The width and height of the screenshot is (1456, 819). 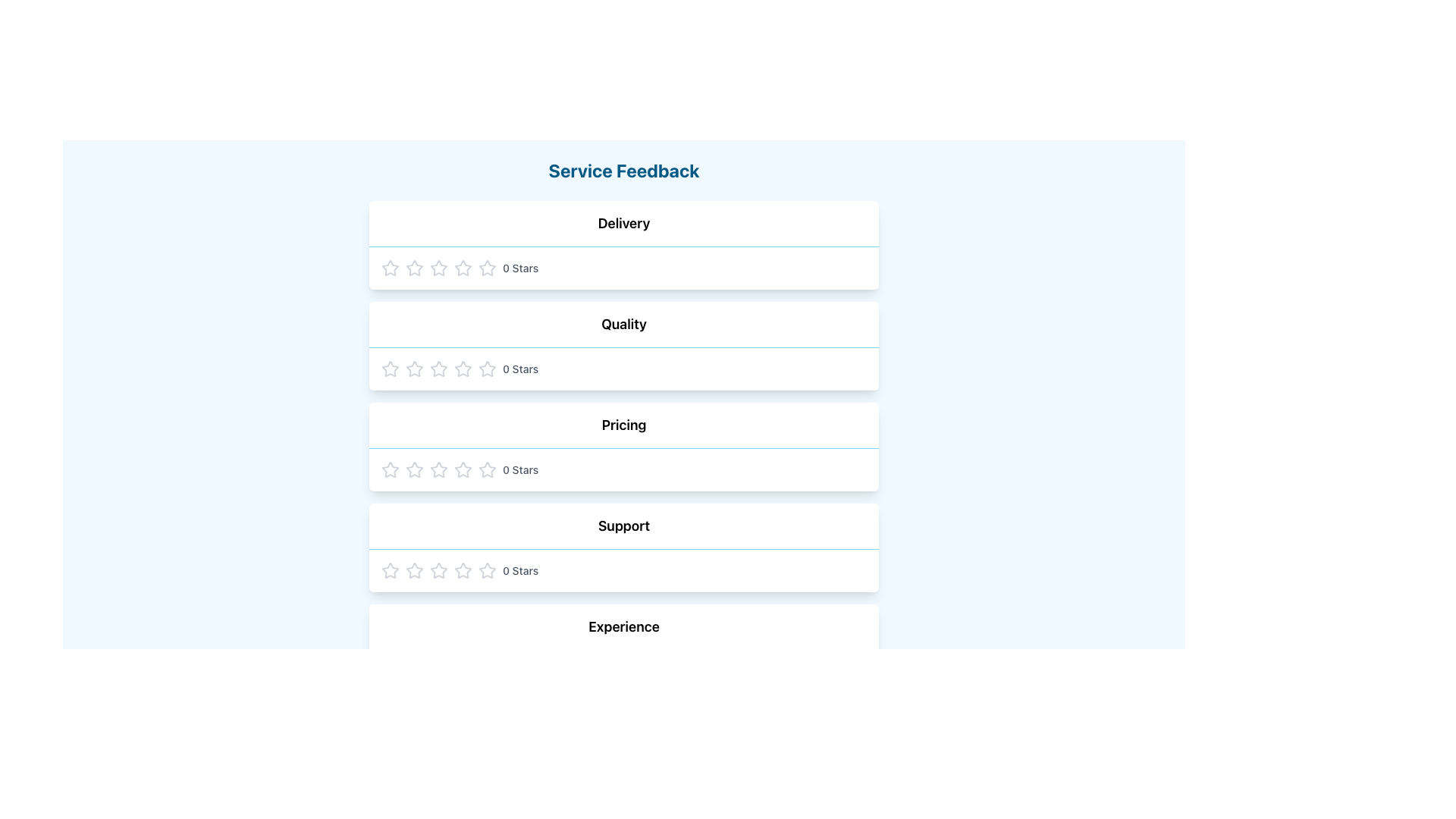 What do you see at coordinates (488, 369) in the screenshot?
I see `the third star icon in the horizontal row of five for Quality rating selection` at bounding box center [488, 369].